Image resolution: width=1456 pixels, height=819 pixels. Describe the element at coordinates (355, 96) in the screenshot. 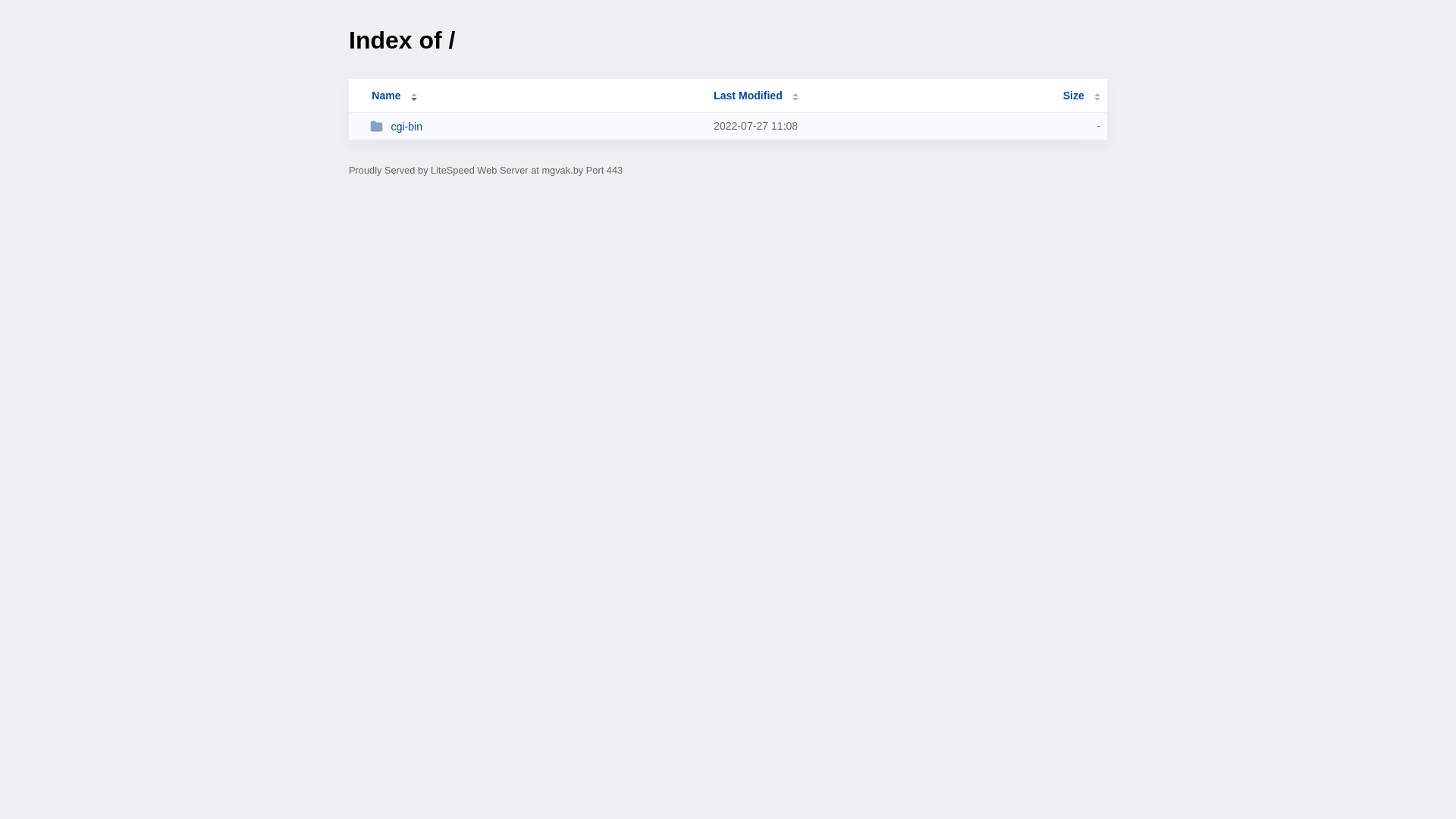

I see `'Name'` at that location.